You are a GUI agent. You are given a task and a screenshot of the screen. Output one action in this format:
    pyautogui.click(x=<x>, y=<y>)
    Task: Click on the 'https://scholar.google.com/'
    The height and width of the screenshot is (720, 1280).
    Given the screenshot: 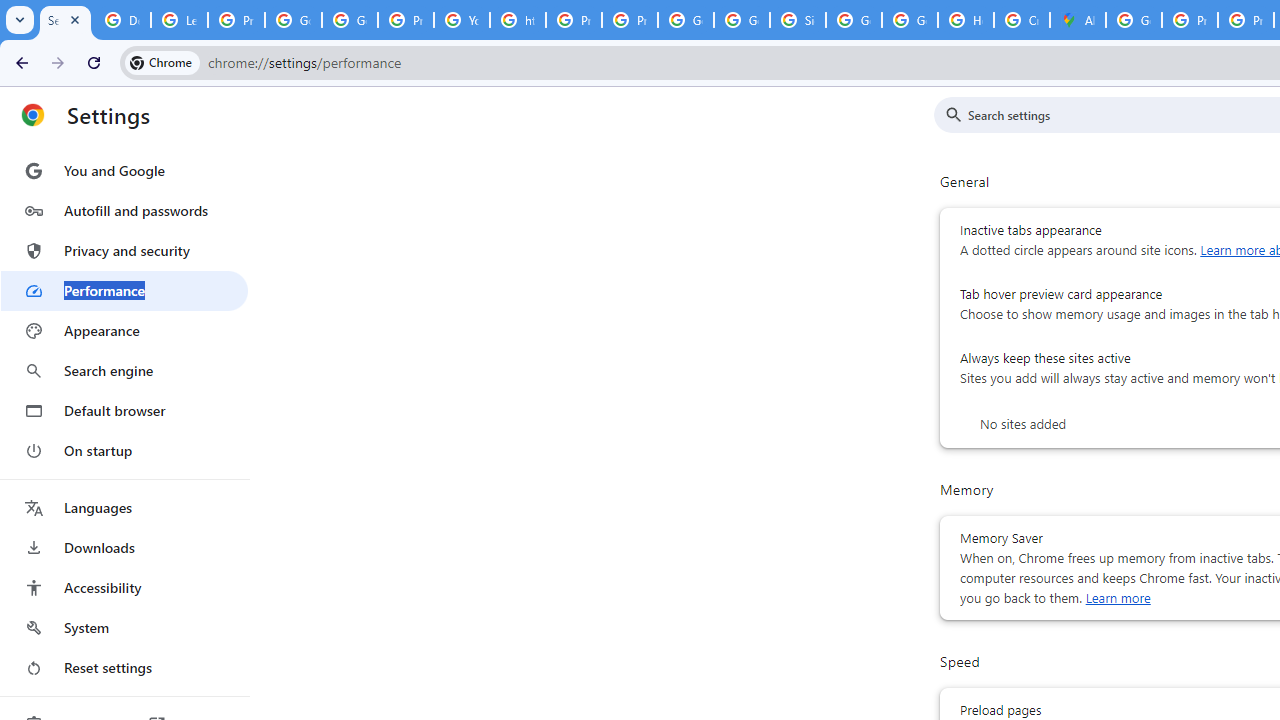 What is the action you would take?
    pyautogui.click(x=518, y=20)
    